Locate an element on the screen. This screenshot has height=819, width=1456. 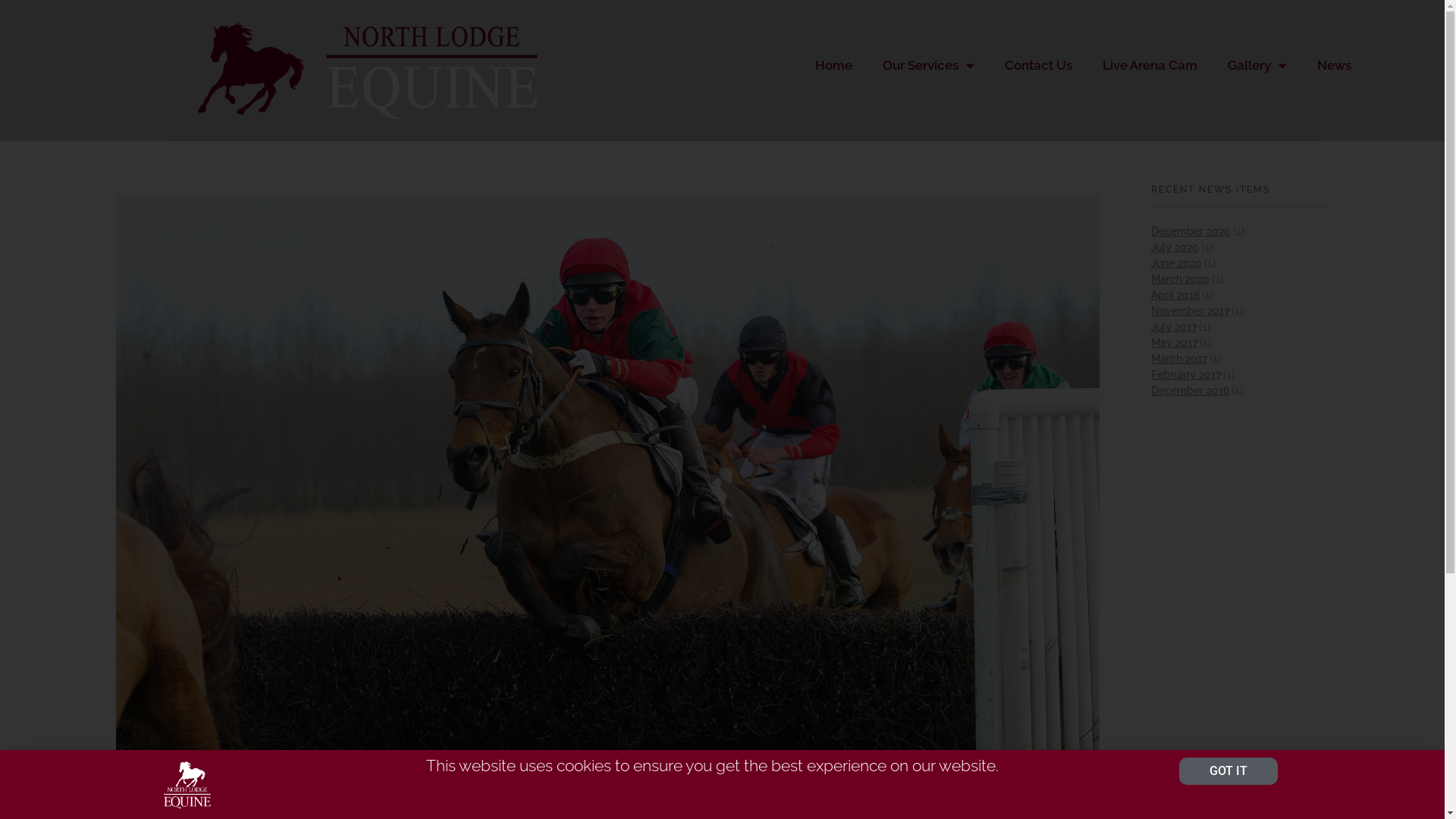
'GOT IT' is located at coordinates (1228, 771).